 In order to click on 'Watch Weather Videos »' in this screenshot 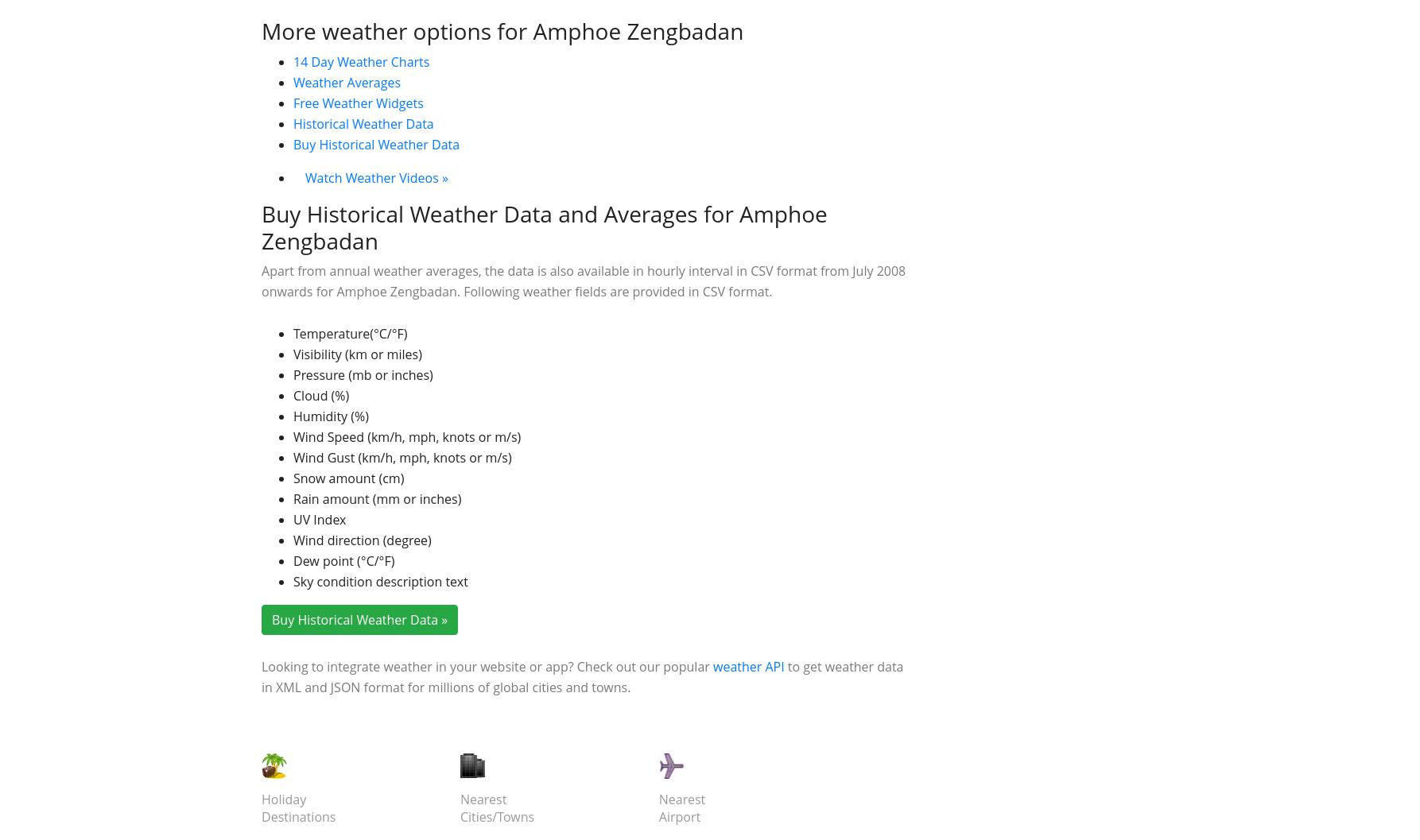, I will do `click(375, 413)`.